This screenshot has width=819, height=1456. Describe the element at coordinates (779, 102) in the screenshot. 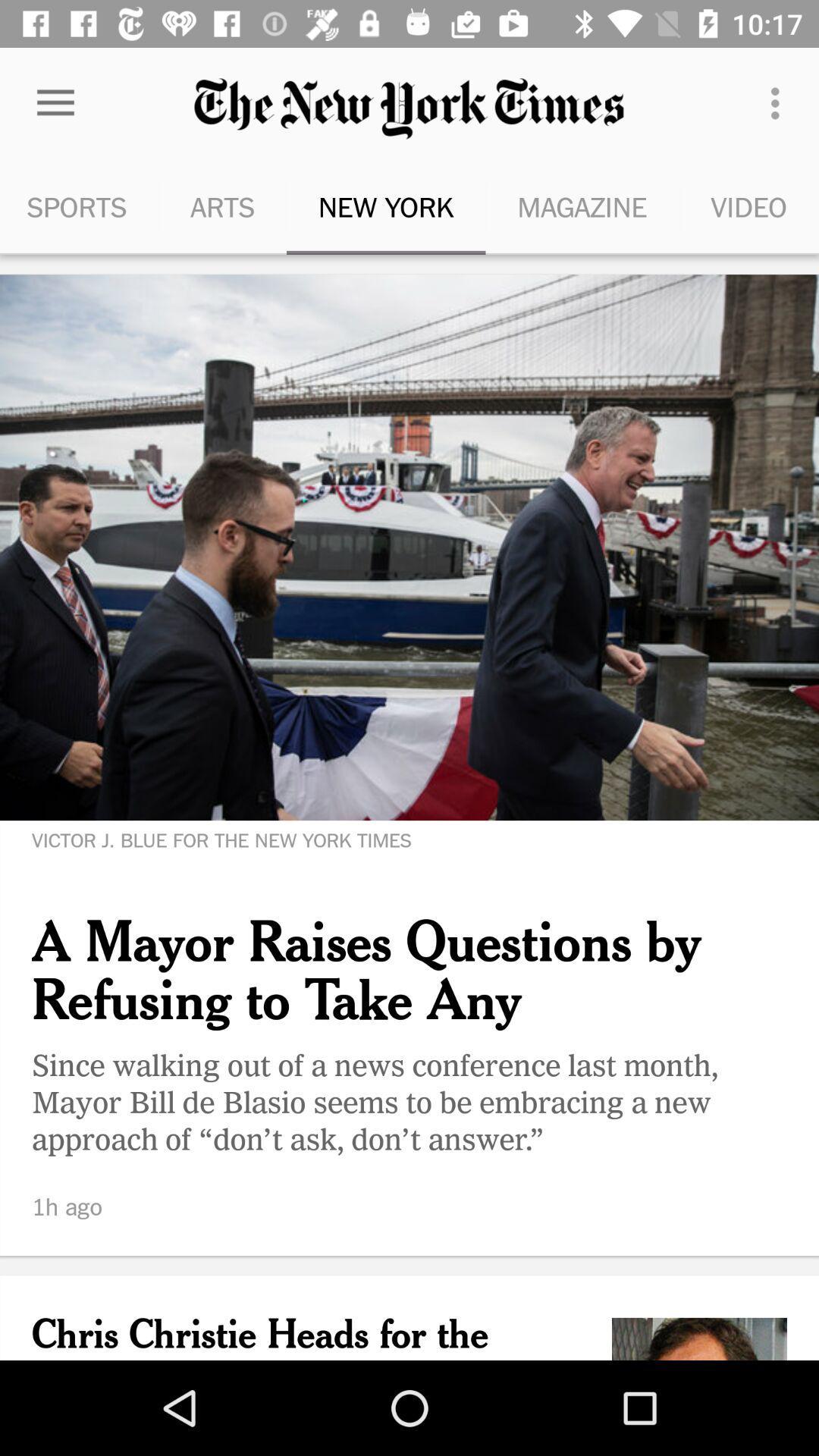

I see `icon above video icon` at that location.